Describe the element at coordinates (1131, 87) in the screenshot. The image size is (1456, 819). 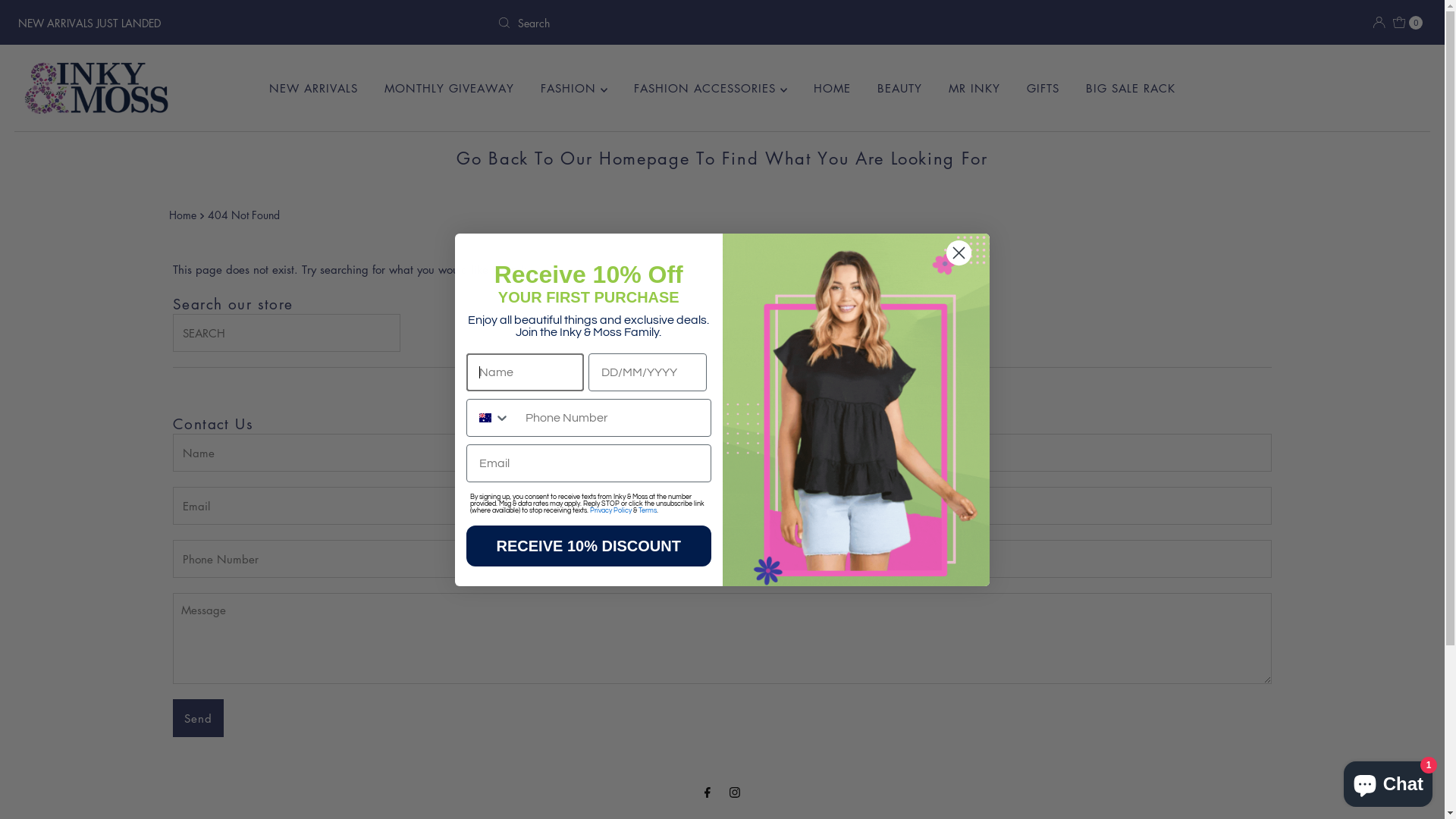
I see `'BIG SALE RACK'` at that location.